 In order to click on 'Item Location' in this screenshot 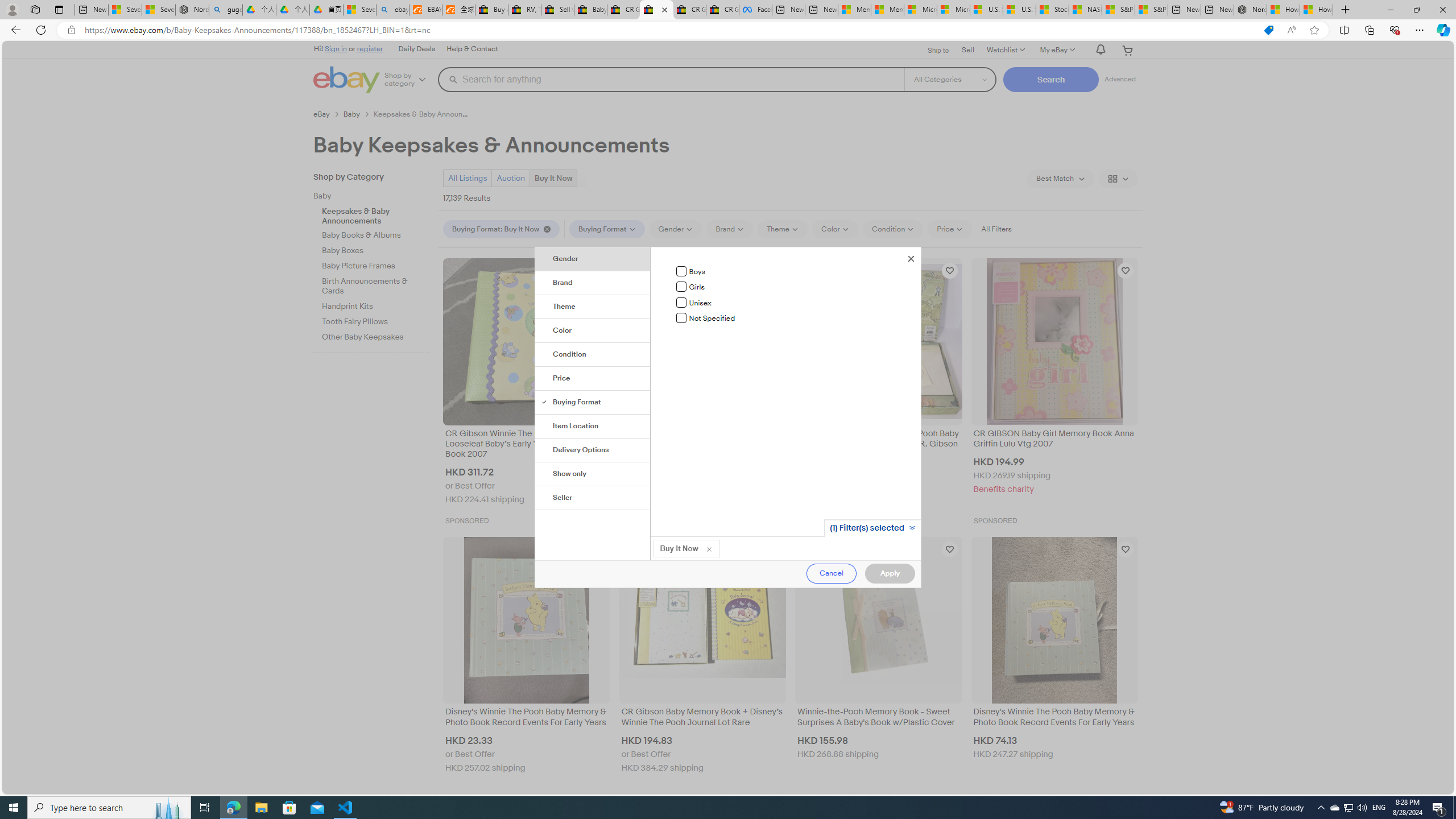, I will do `click(593, 425)`.